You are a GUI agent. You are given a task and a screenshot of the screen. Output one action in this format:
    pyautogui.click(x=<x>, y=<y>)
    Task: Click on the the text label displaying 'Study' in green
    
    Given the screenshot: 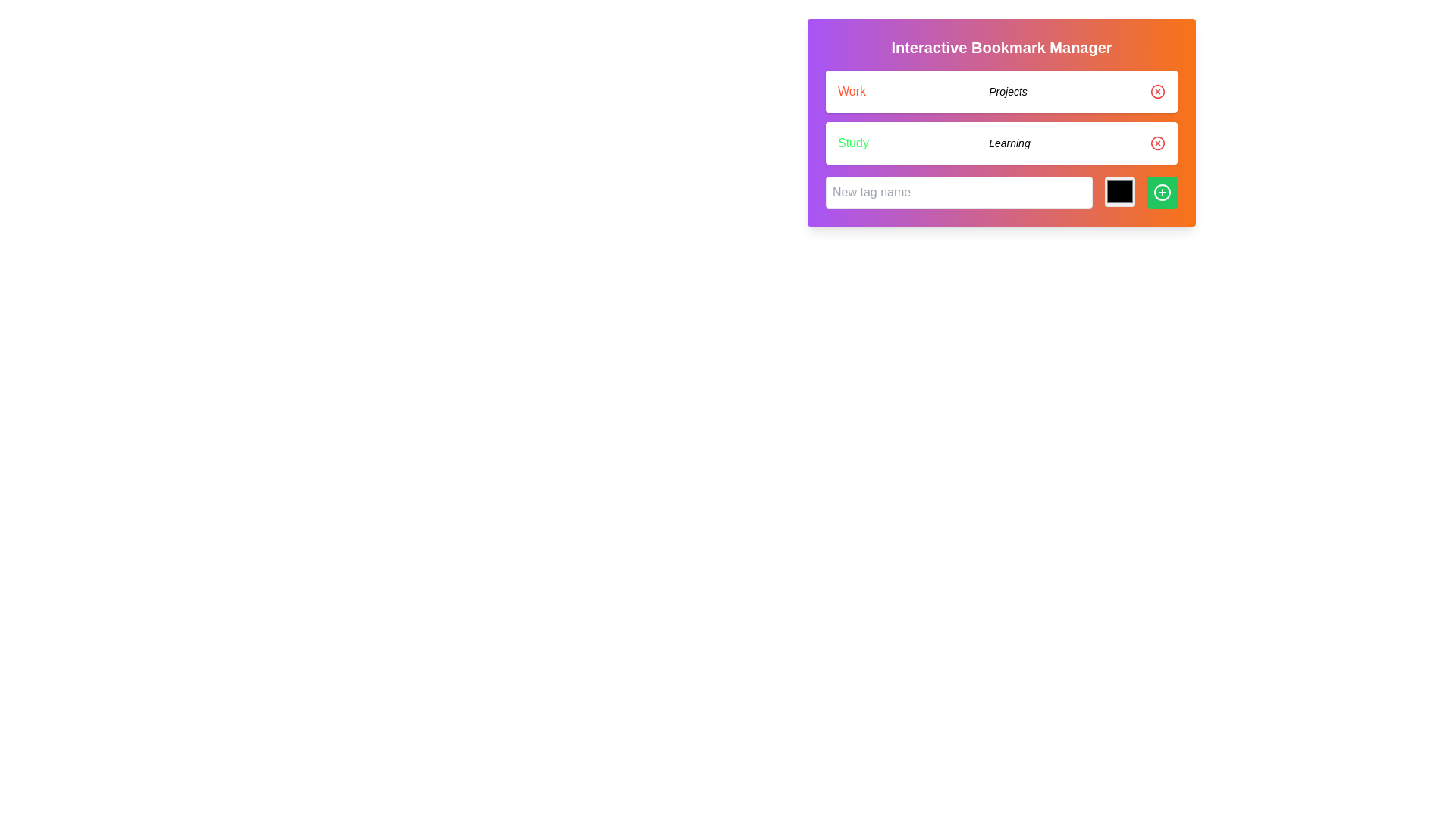 What is the action you would take?
    pyautogui.click(x=853, y=143)
    